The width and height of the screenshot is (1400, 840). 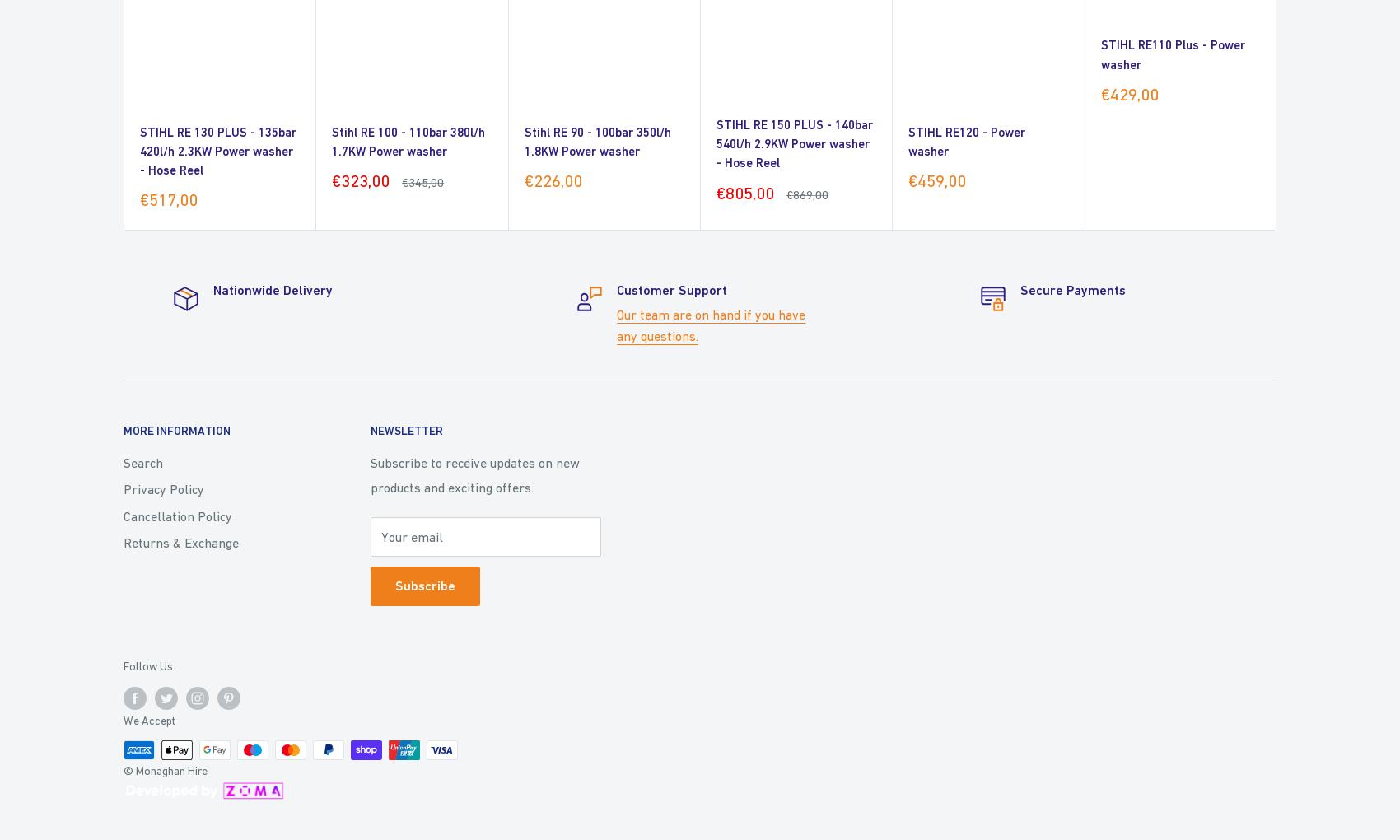 I want to click on 'We Accept', so click(x=148, y=719).